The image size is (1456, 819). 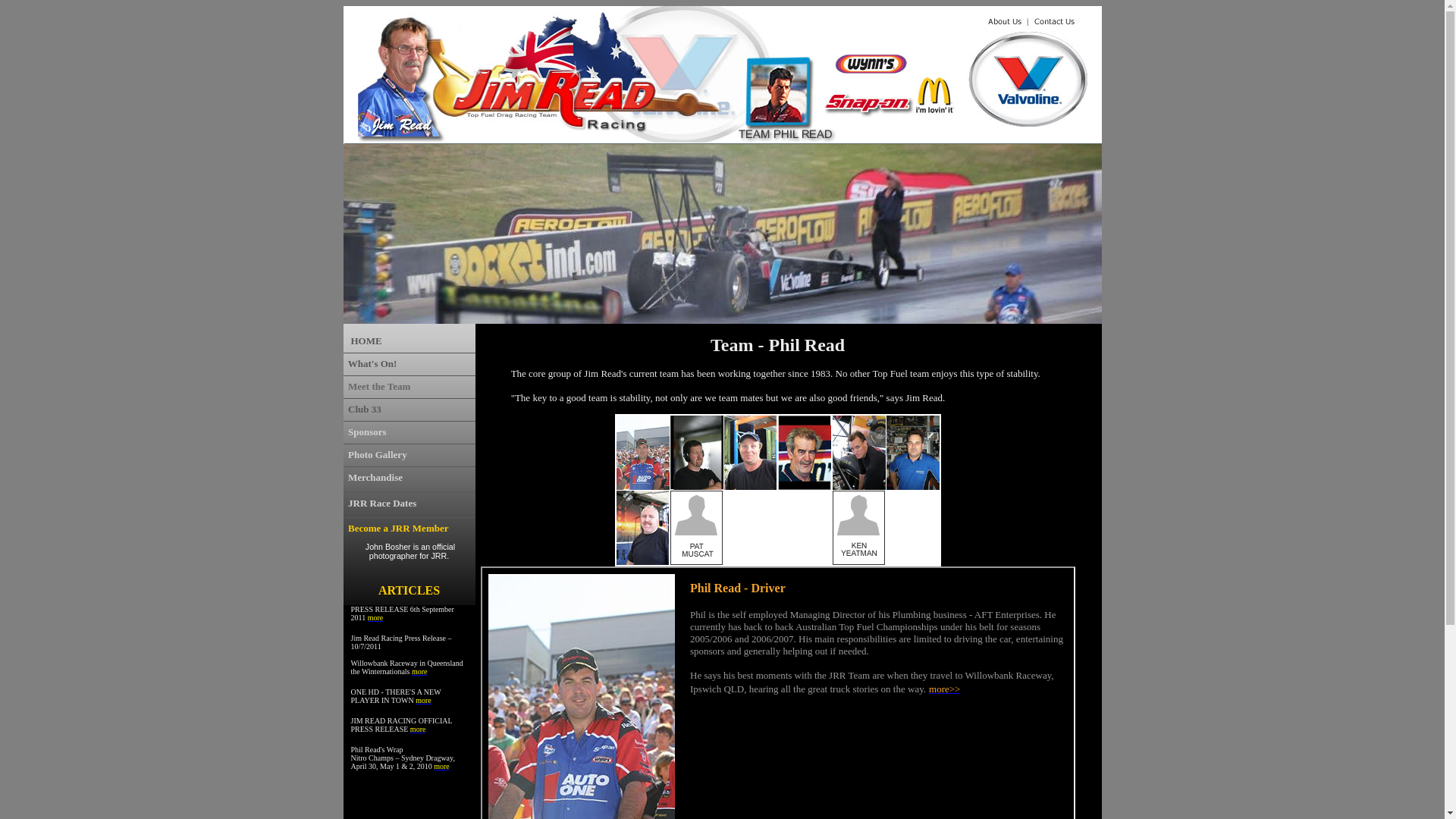 What do you see at coordinates (382, 503) in the screenshot?
I see `'JRR Race Dates'` at bounding box center [382, 503].